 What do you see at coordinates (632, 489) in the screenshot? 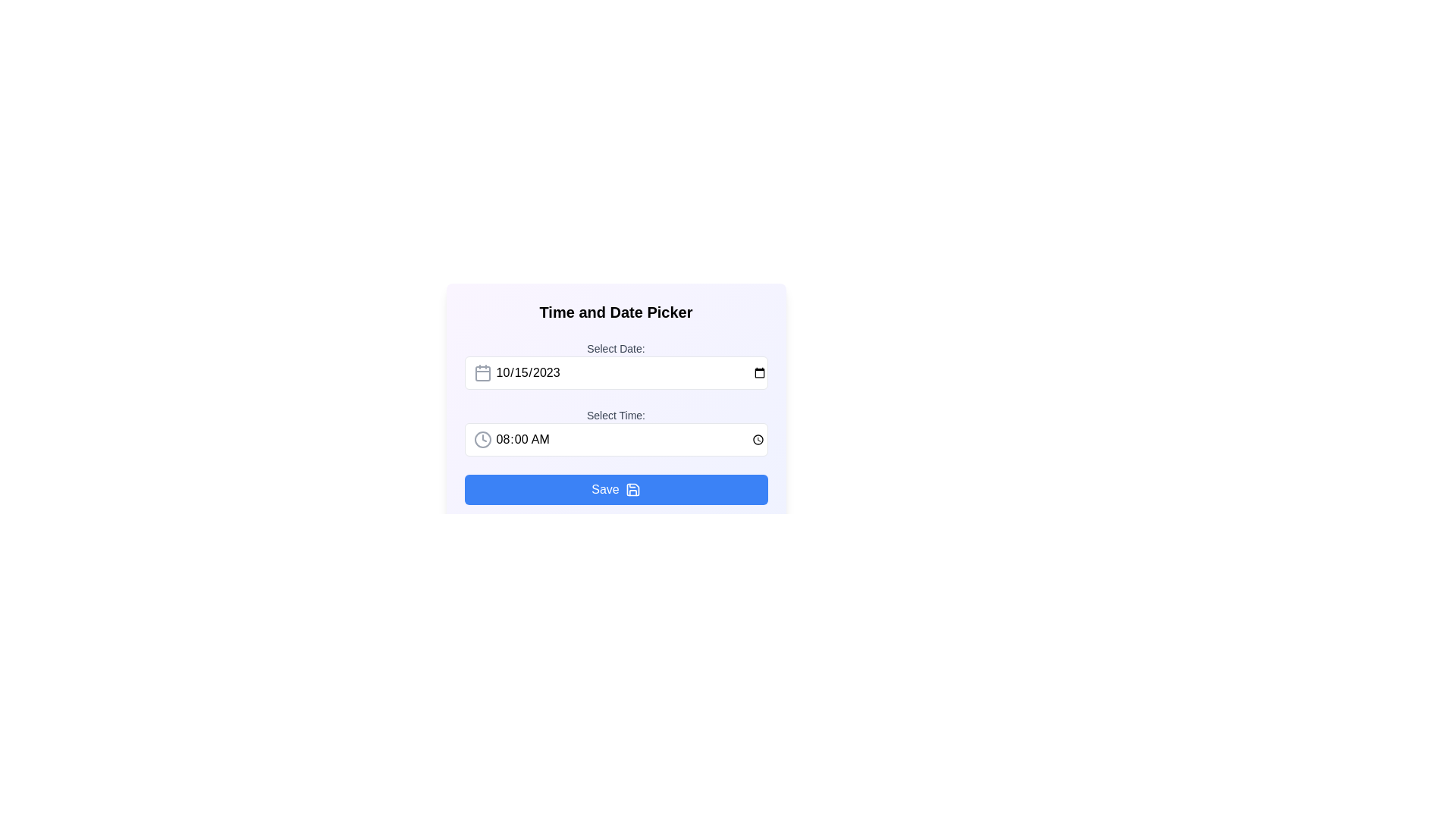
I see `the save icon located on the right side of the 'Save' button, which visually enhances its functionality` at bounding box center [632, 489].